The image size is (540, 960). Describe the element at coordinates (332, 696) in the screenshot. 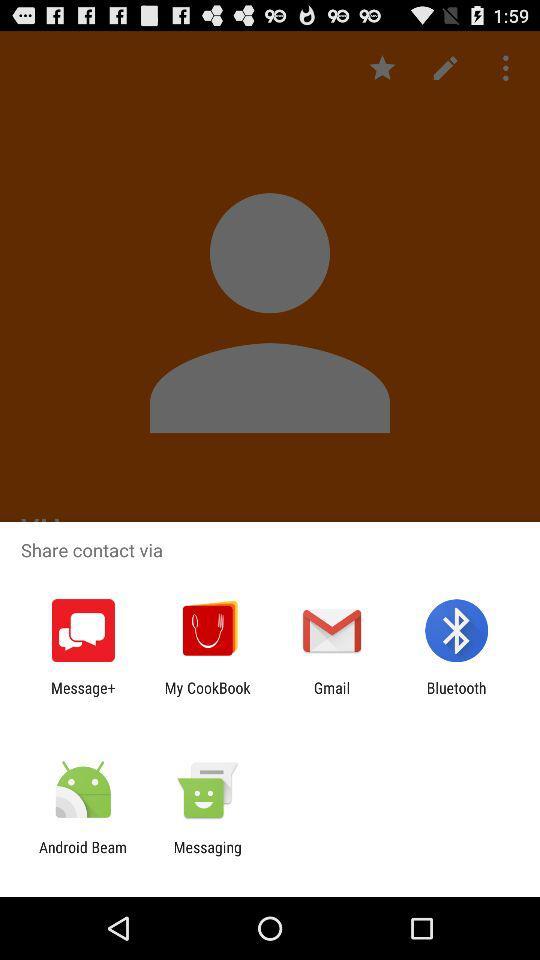

I see `item to the right of my cookbook icon` at that location.